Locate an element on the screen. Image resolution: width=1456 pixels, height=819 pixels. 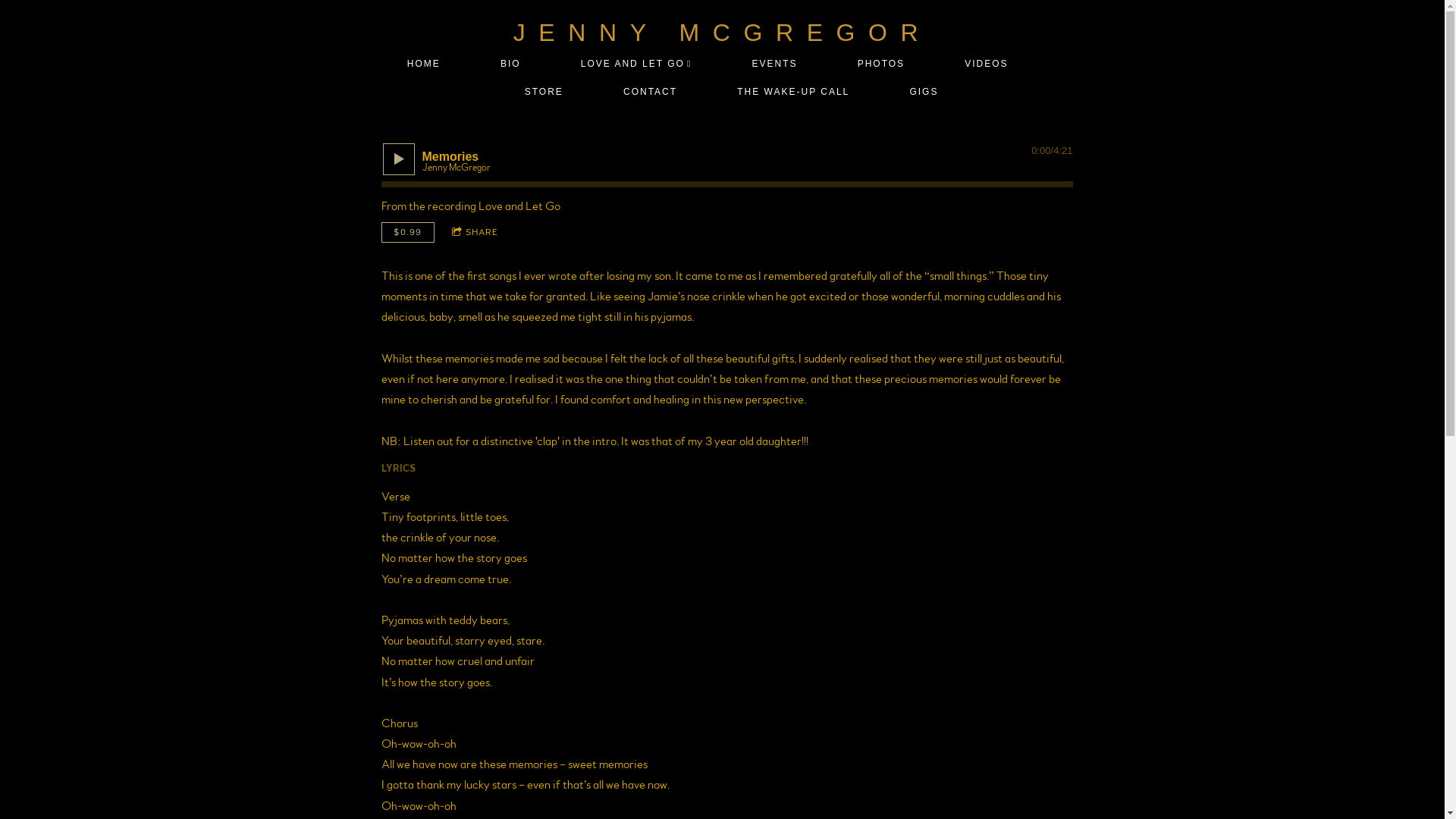
'Play' is located at coordinates (389, 158).